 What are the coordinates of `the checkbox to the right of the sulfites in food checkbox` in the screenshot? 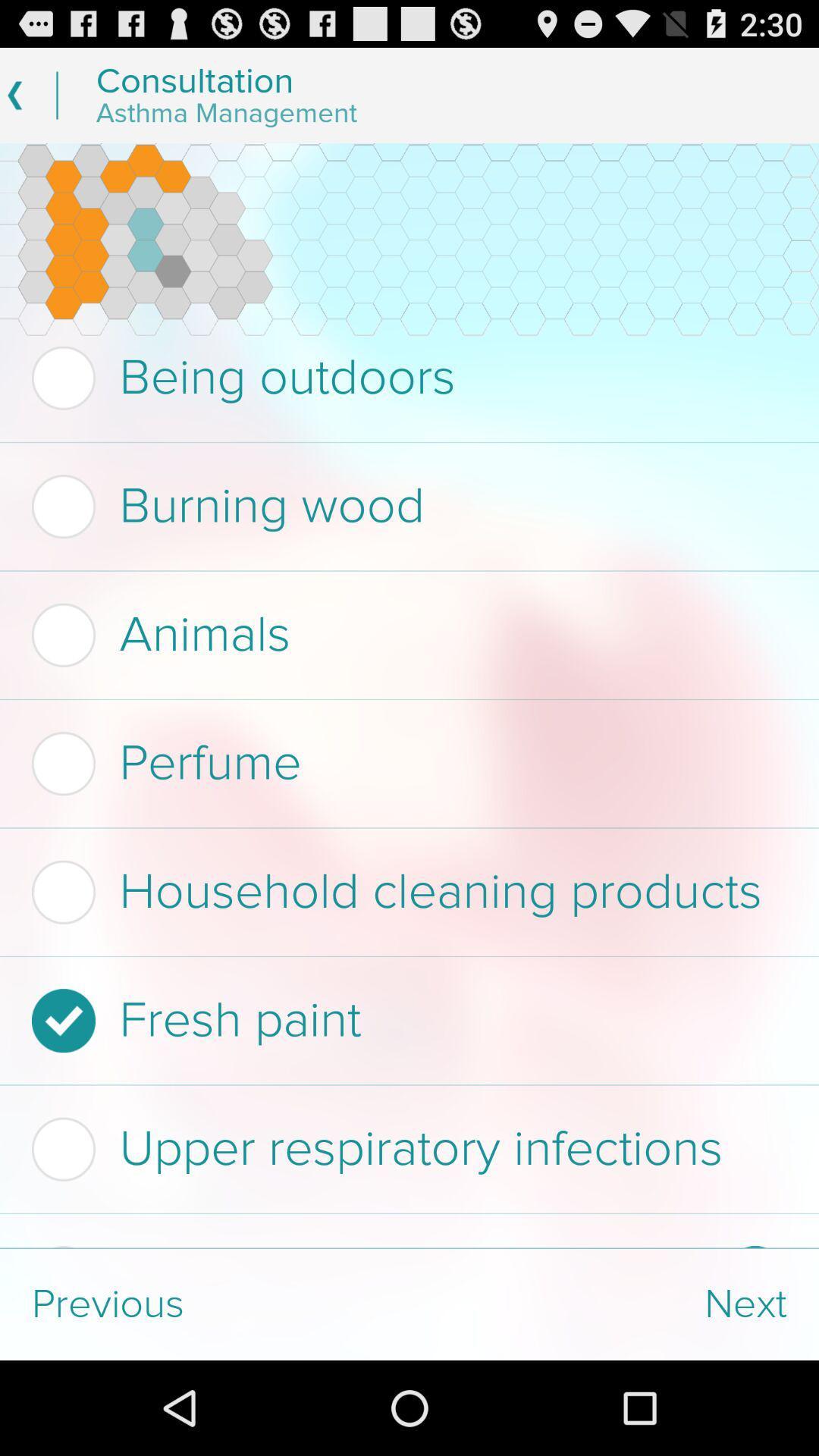 It's located at (755, 1247).